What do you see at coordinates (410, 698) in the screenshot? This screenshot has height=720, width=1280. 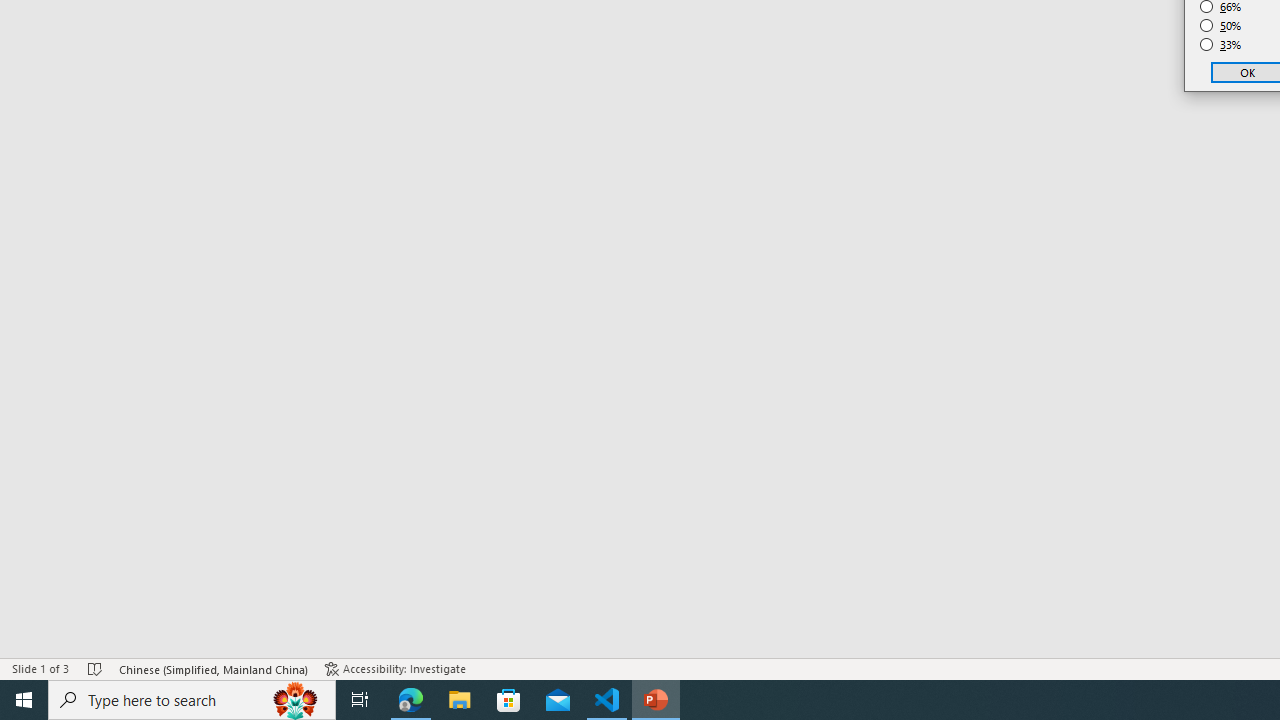 I see `'Microsoft Edge - 1 running window'` at bounding box center [410, 698].